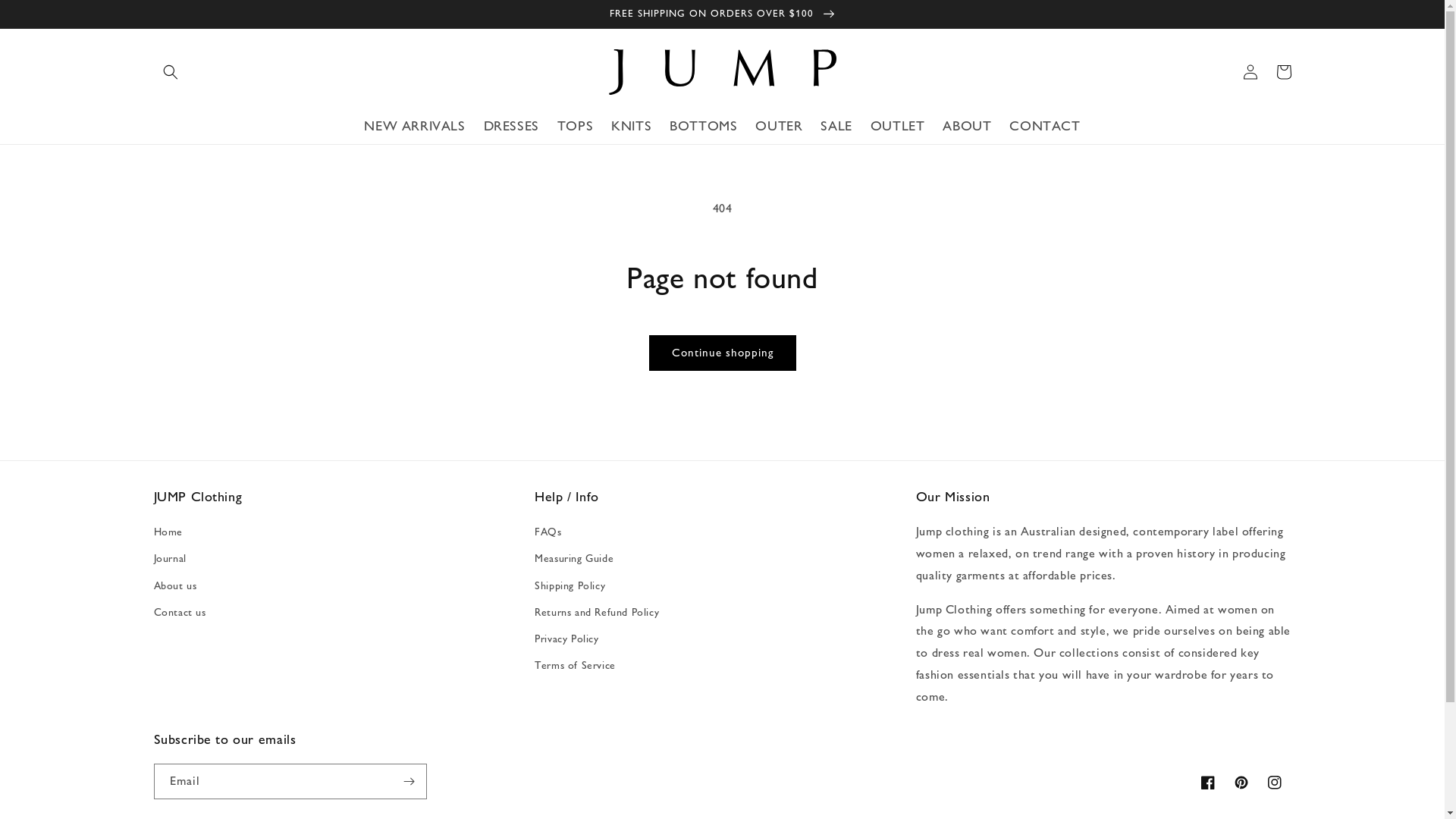 The height and width of the screenshot is (819, 1456). What do you see at coordinates (569, 585) in the screenshot?
I see `'Shipping Policy'` at bounding box center [569, 585].